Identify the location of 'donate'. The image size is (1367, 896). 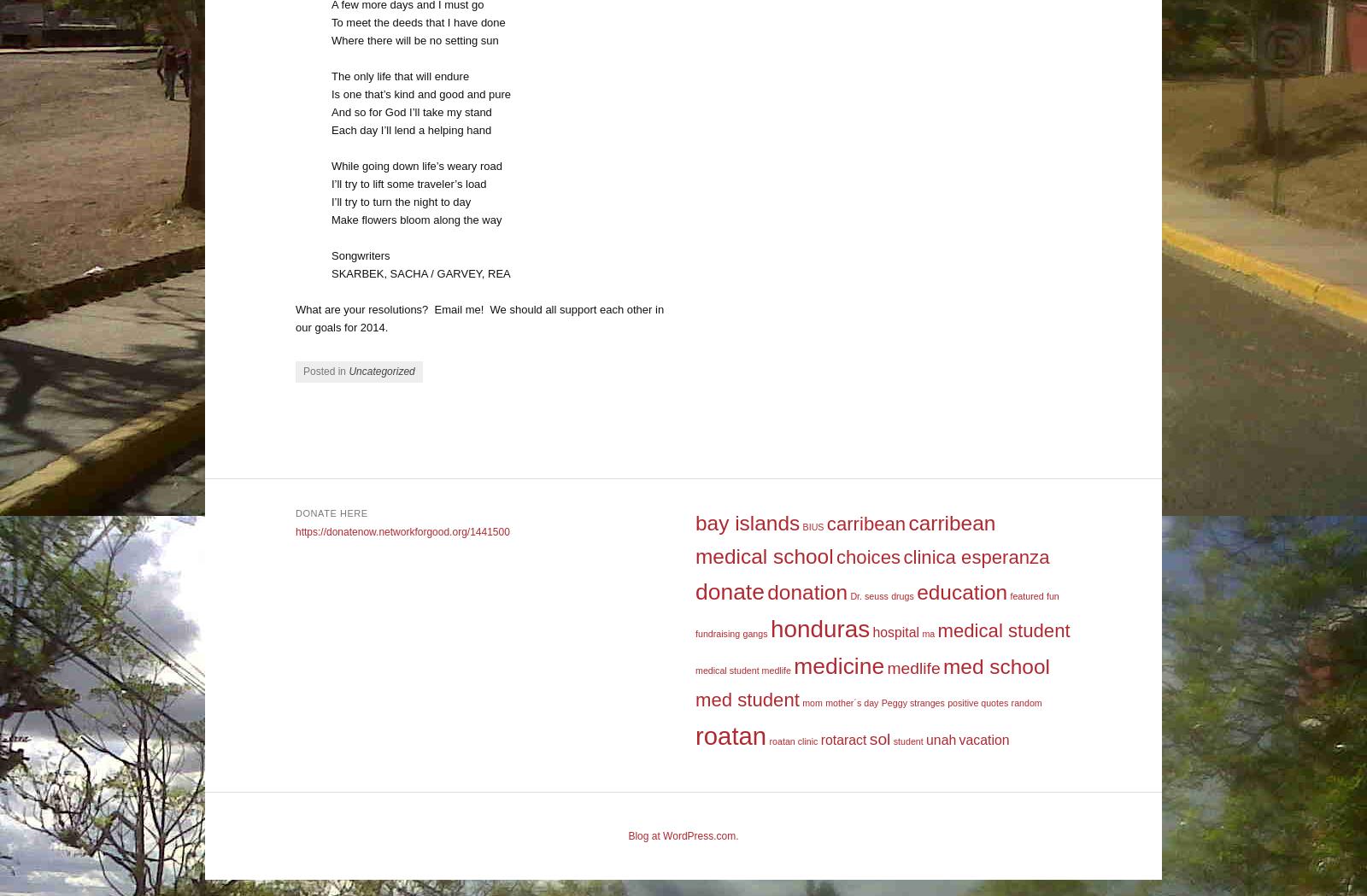
(728, 591).